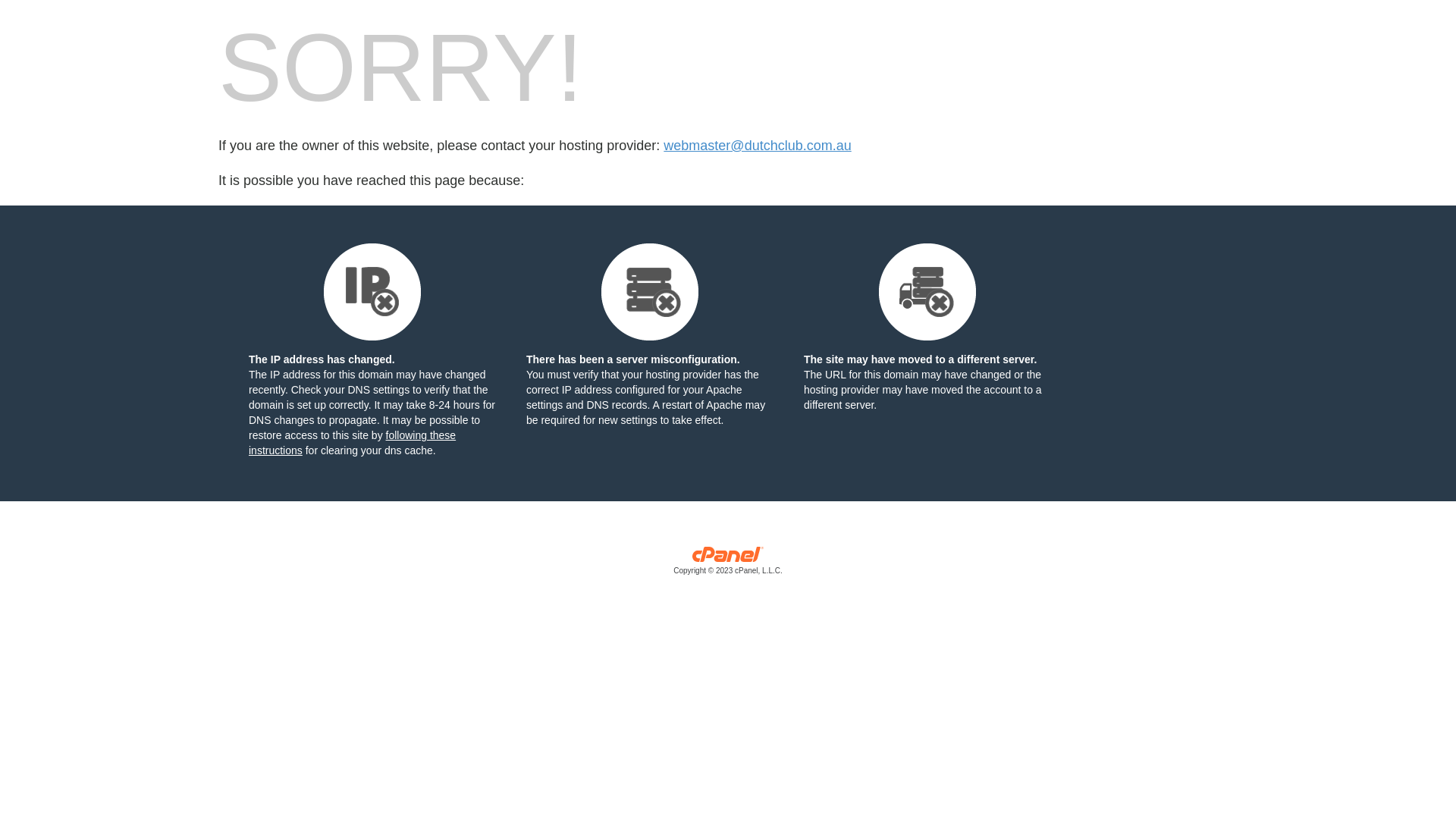 This screenshot has height=819, width=1456. Describe the element at coordinates (351, 442) in the screenshot. I see `'following these instructions'` at that location.